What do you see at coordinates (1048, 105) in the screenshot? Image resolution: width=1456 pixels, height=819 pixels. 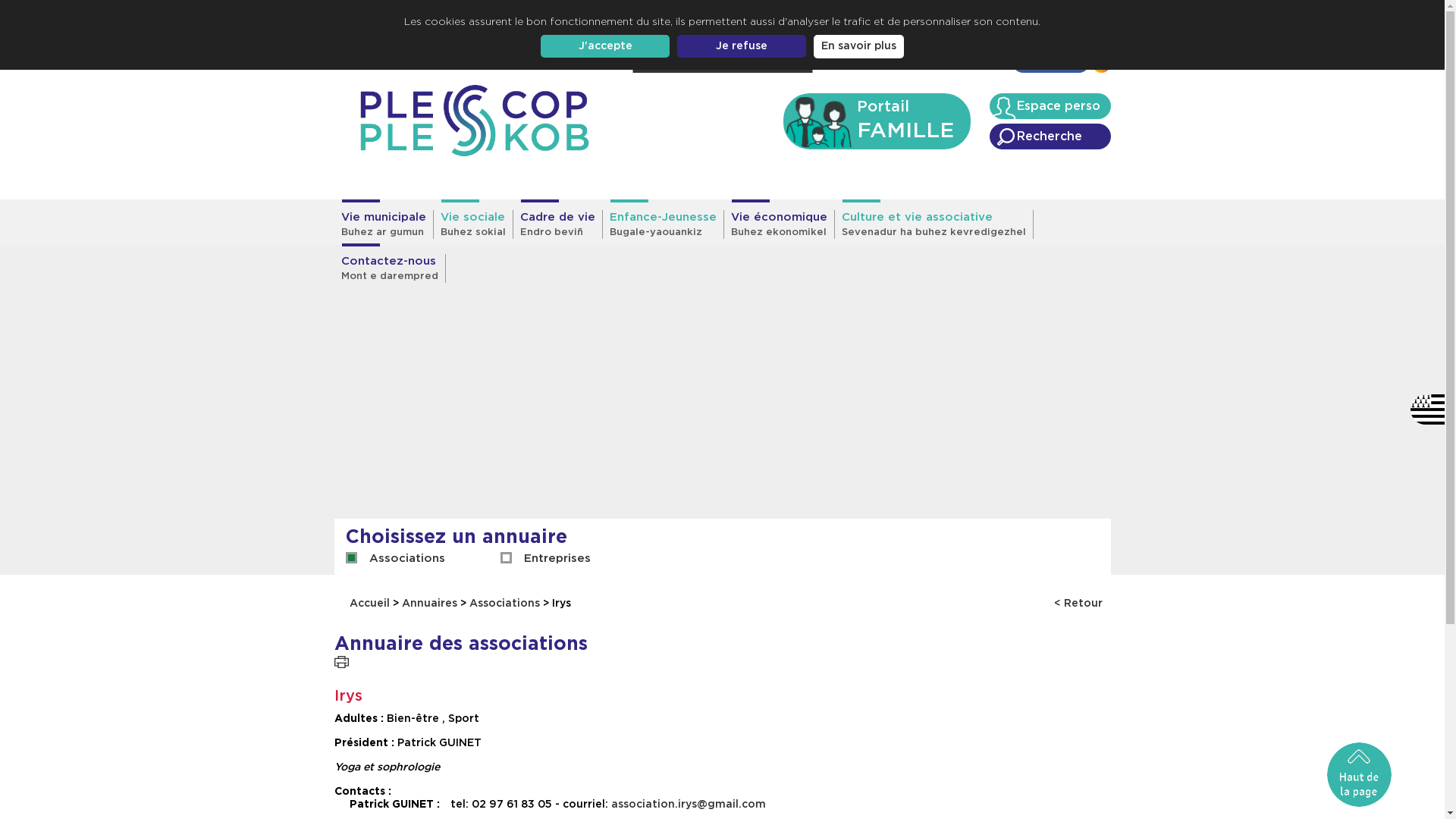 I see `'Espace perso'` at bounding box center [1048, 105].